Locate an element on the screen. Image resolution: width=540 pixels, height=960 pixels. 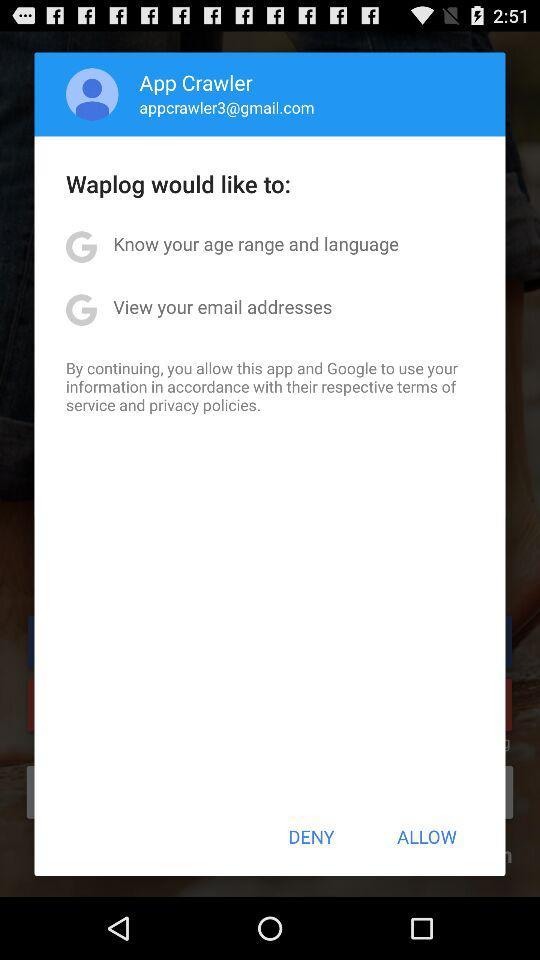
the app crawler item is located at coordinates (196, 82).